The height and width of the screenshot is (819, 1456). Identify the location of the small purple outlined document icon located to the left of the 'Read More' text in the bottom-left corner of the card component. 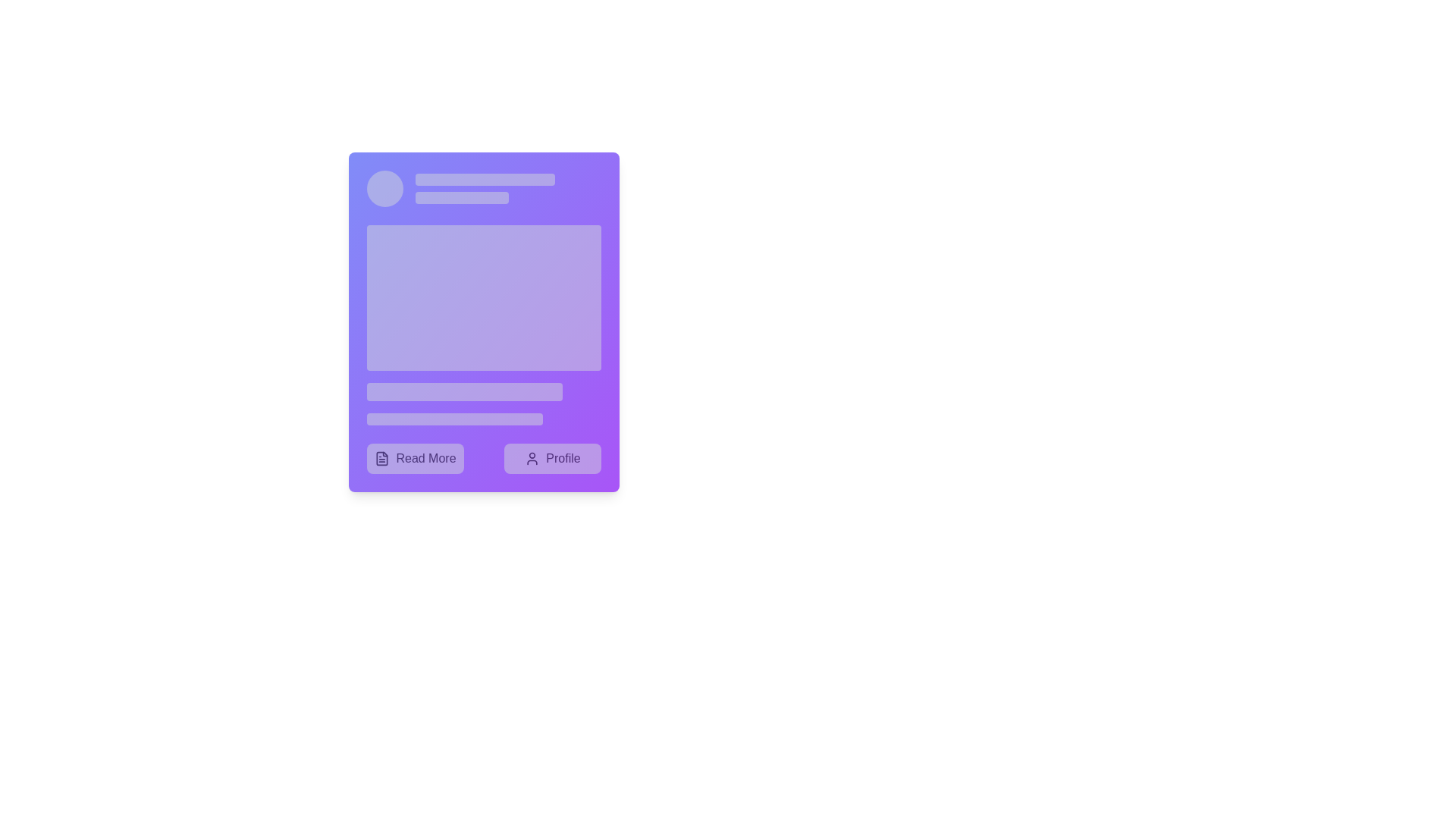
(382, 458).